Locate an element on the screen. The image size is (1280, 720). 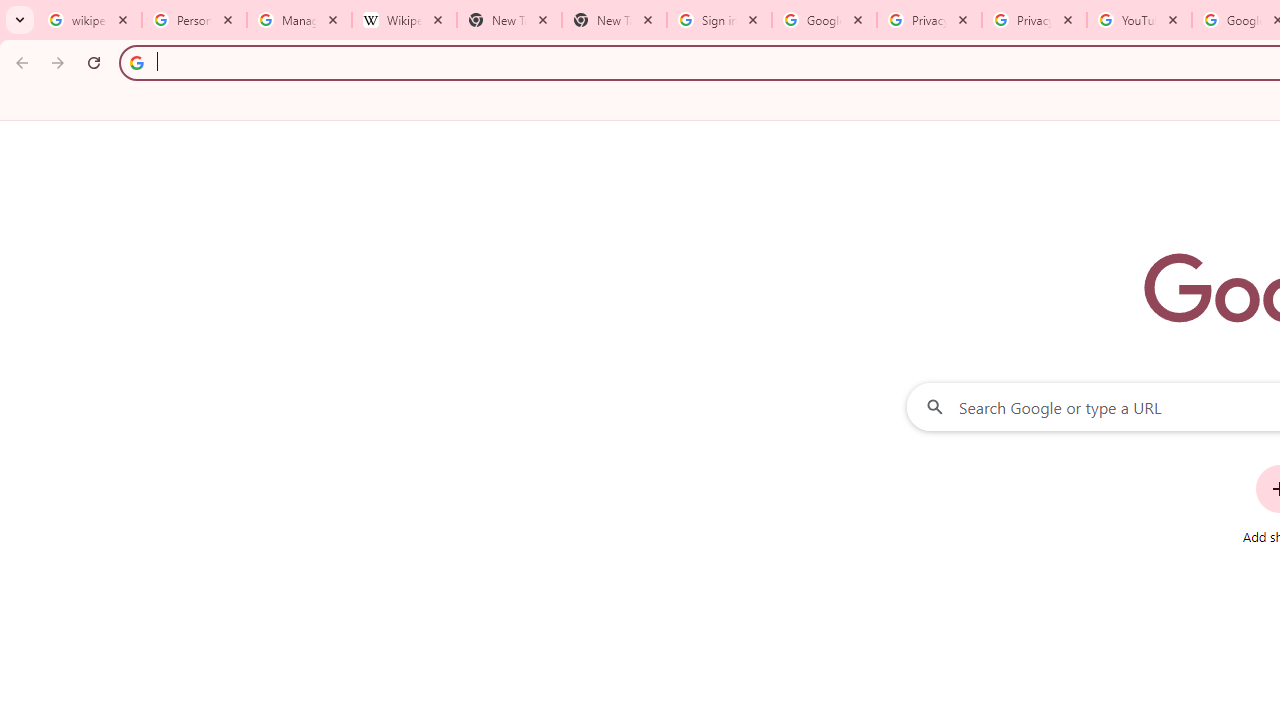
'YouTube' is located at coordinates (1139, 20).